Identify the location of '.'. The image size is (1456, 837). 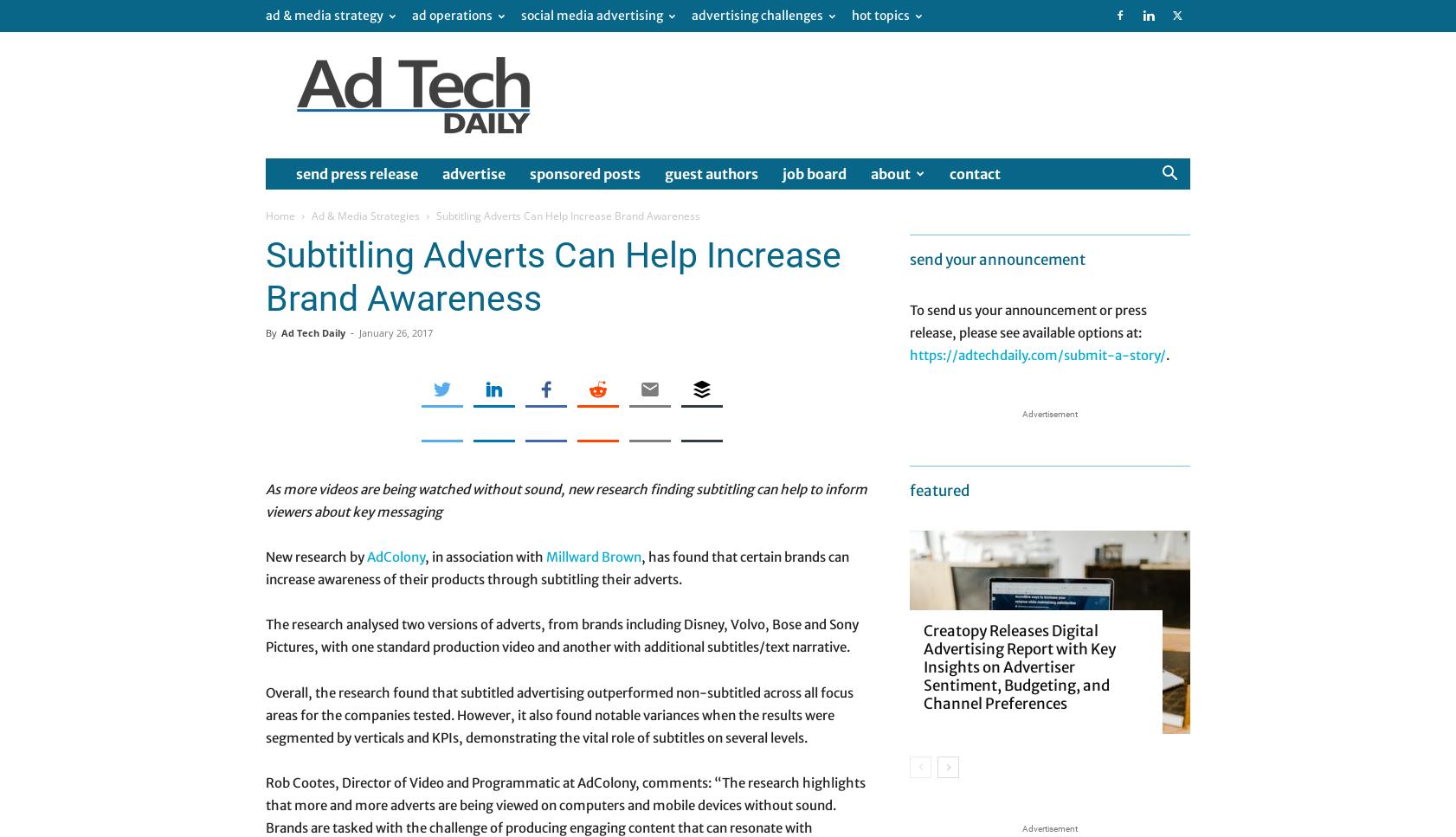
(1167, 354).